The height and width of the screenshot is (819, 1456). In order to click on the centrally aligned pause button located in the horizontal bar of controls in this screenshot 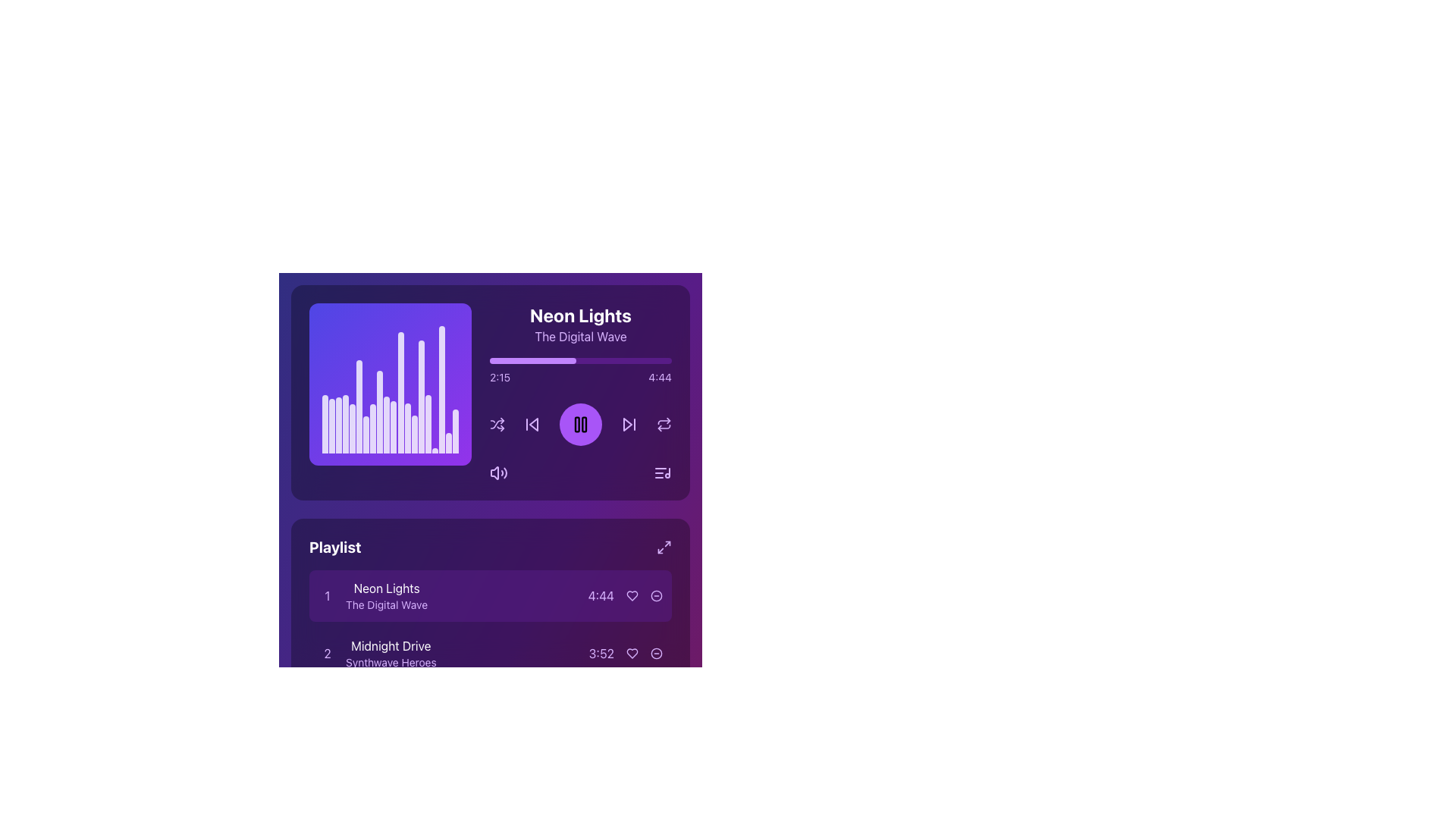, I will do `click(580, 424)`.